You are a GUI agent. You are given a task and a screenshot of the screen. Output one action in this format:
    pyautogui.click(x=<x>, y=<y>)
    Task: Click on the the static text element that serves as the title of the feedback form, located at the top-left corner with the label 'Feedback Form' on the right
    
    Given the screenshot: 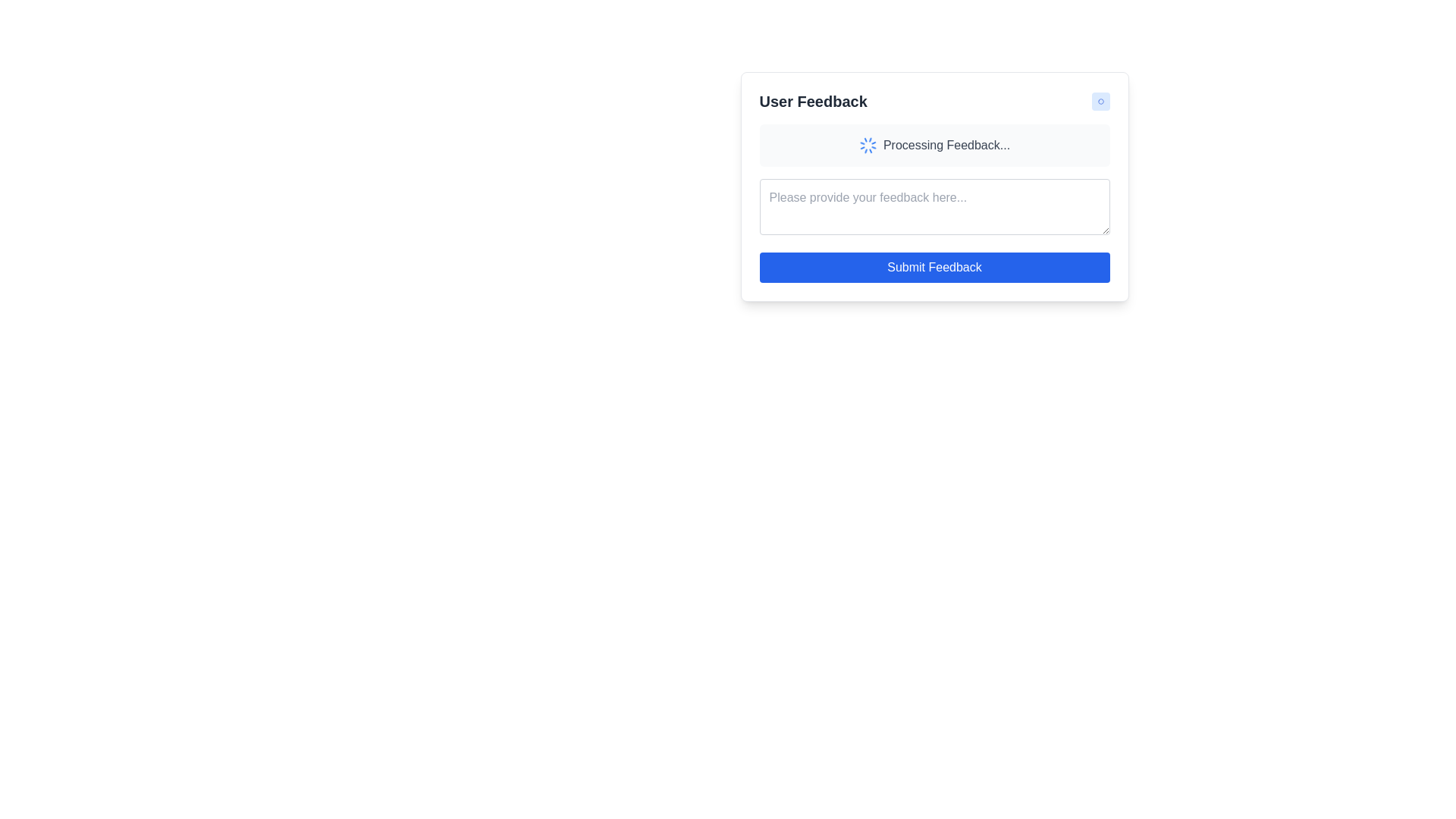 What is the action you would take?
    pyautogui.click(x=812, y=102)
    